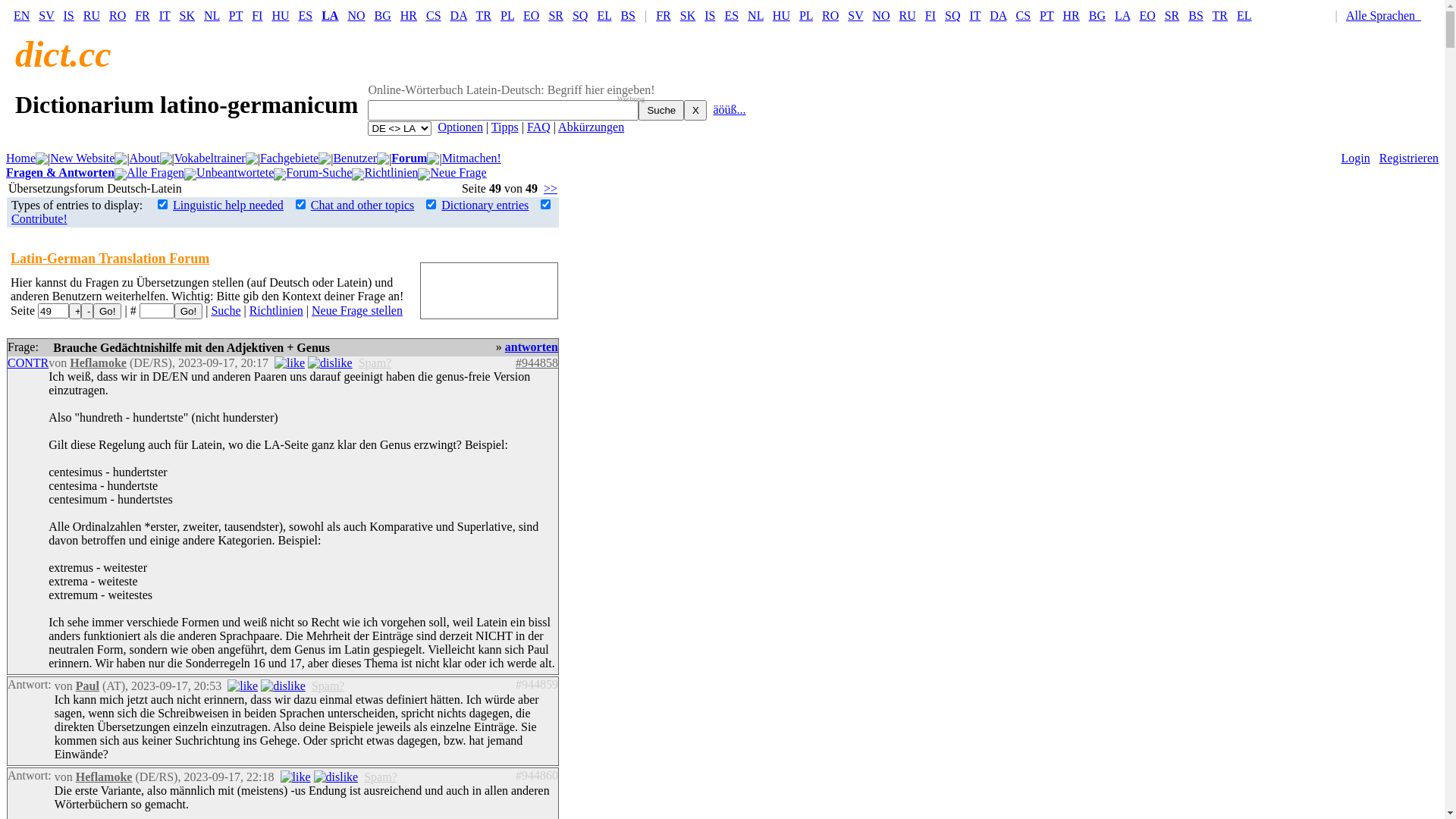 Image resolution: width=1456 pixels, height=819 pixels. What do you see at coordinates (579, 15) in the screenshot?
I see `'SQ'` at bounding box center [579, 15].